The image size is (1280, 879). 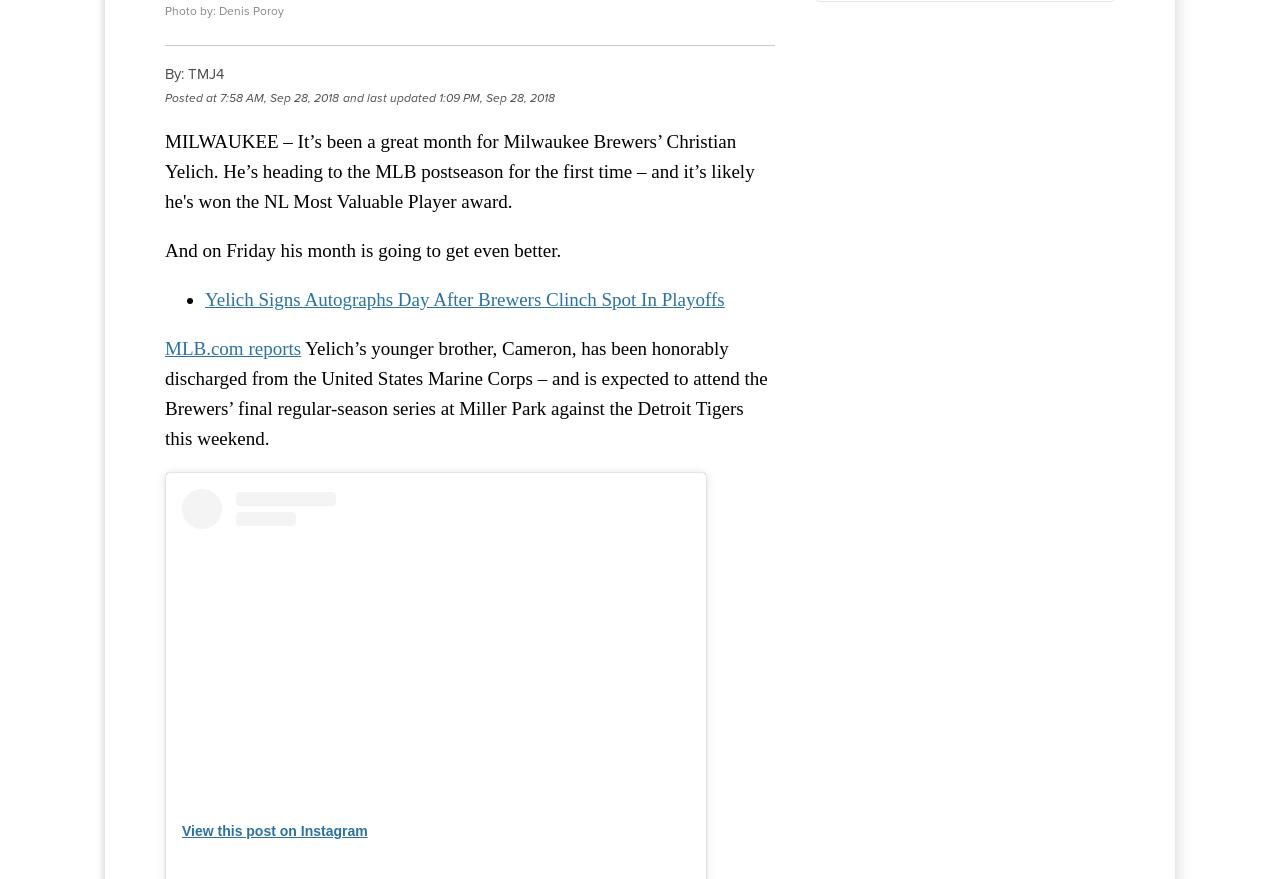 What do you see at coordinates (190, 97) in the screenshot?
I see `'Posted at'` at bounding box center [190, 97].